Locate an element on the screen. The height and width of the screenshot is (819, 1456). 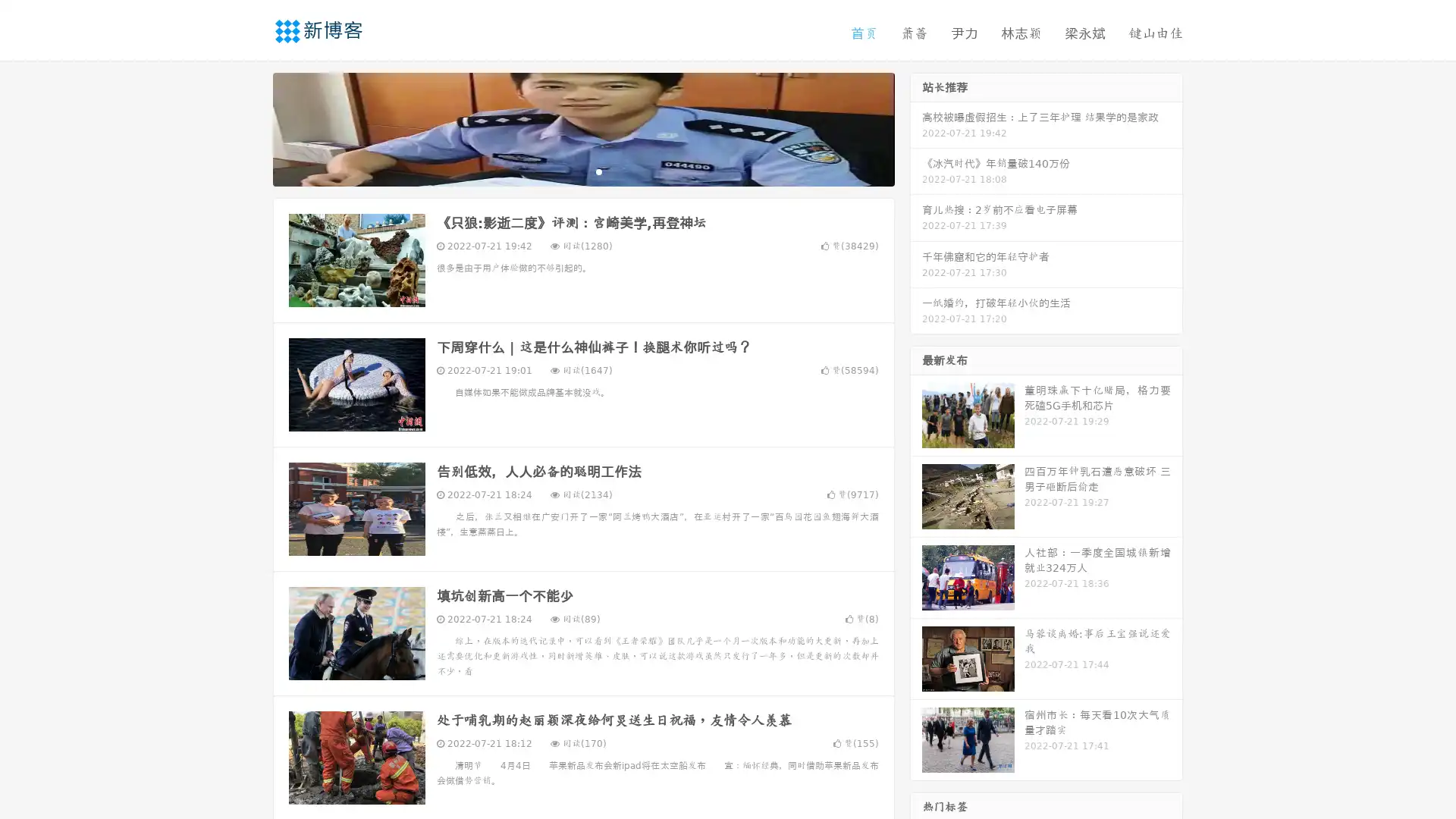
Go to slide 1 is located at coordinates (567, 171).